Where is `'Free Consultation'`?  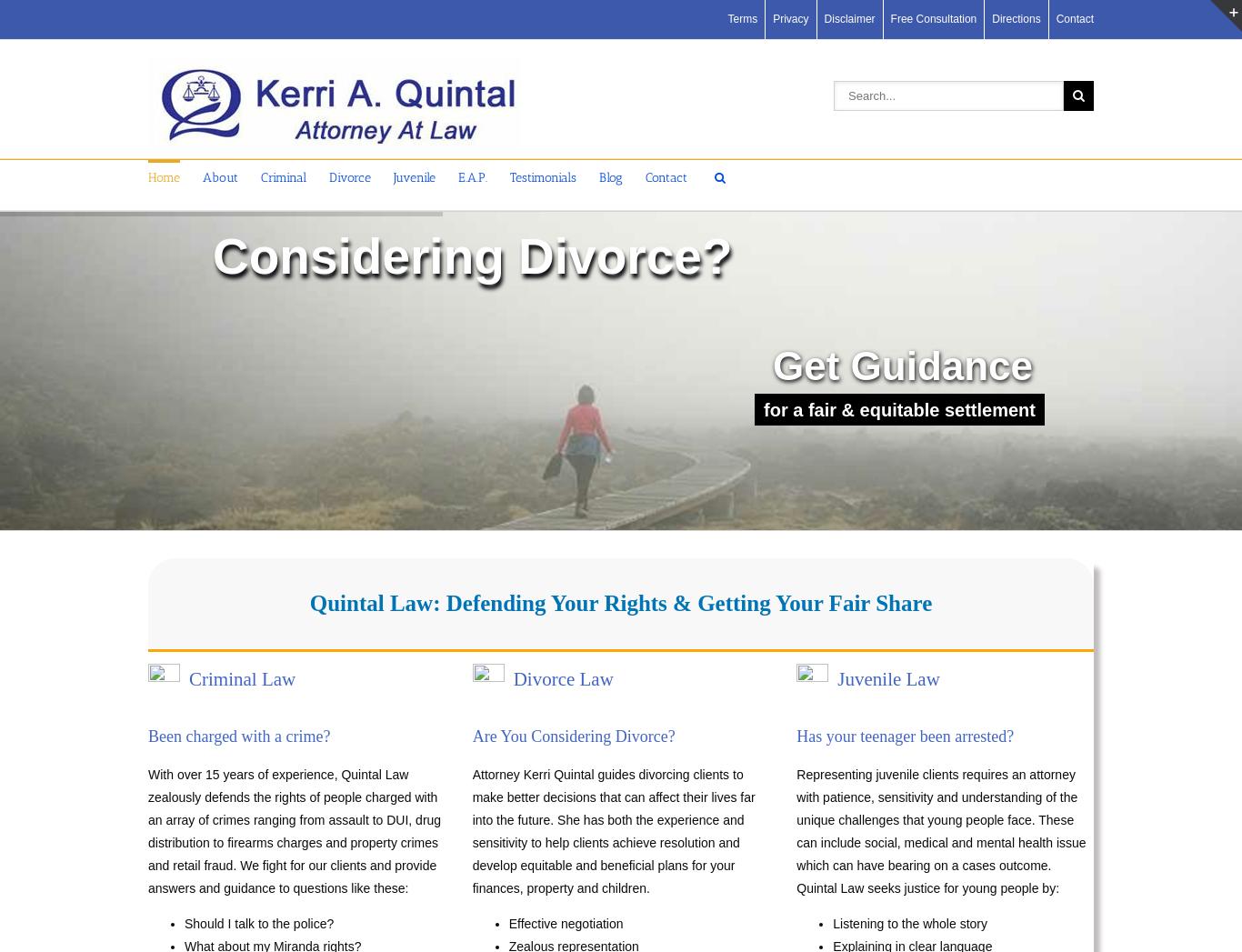
'Free Consultation' is located at coordinates (266, 432).